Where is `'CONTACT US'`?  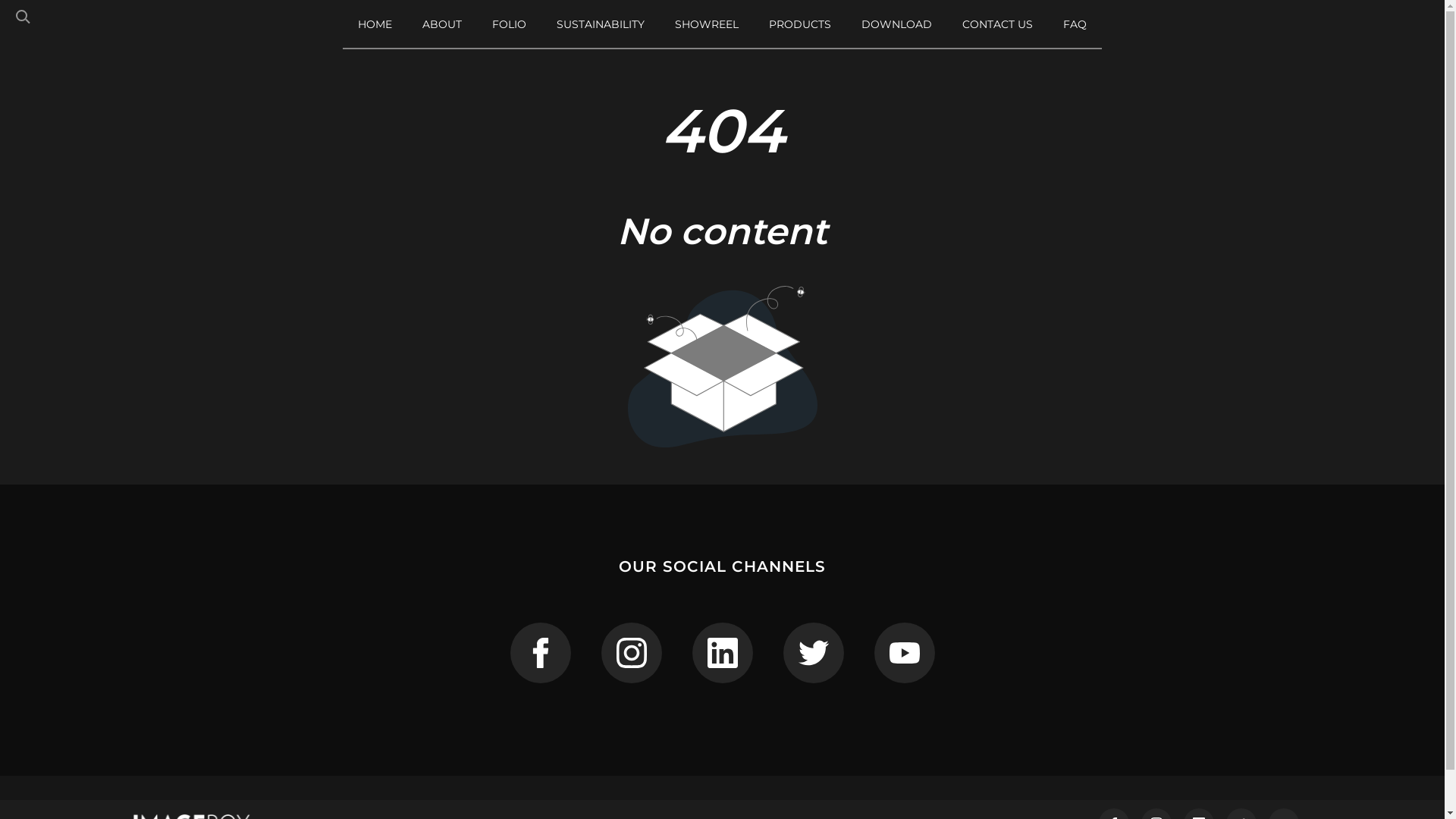
'CONTACT US' is located at coordinates (997, 24).